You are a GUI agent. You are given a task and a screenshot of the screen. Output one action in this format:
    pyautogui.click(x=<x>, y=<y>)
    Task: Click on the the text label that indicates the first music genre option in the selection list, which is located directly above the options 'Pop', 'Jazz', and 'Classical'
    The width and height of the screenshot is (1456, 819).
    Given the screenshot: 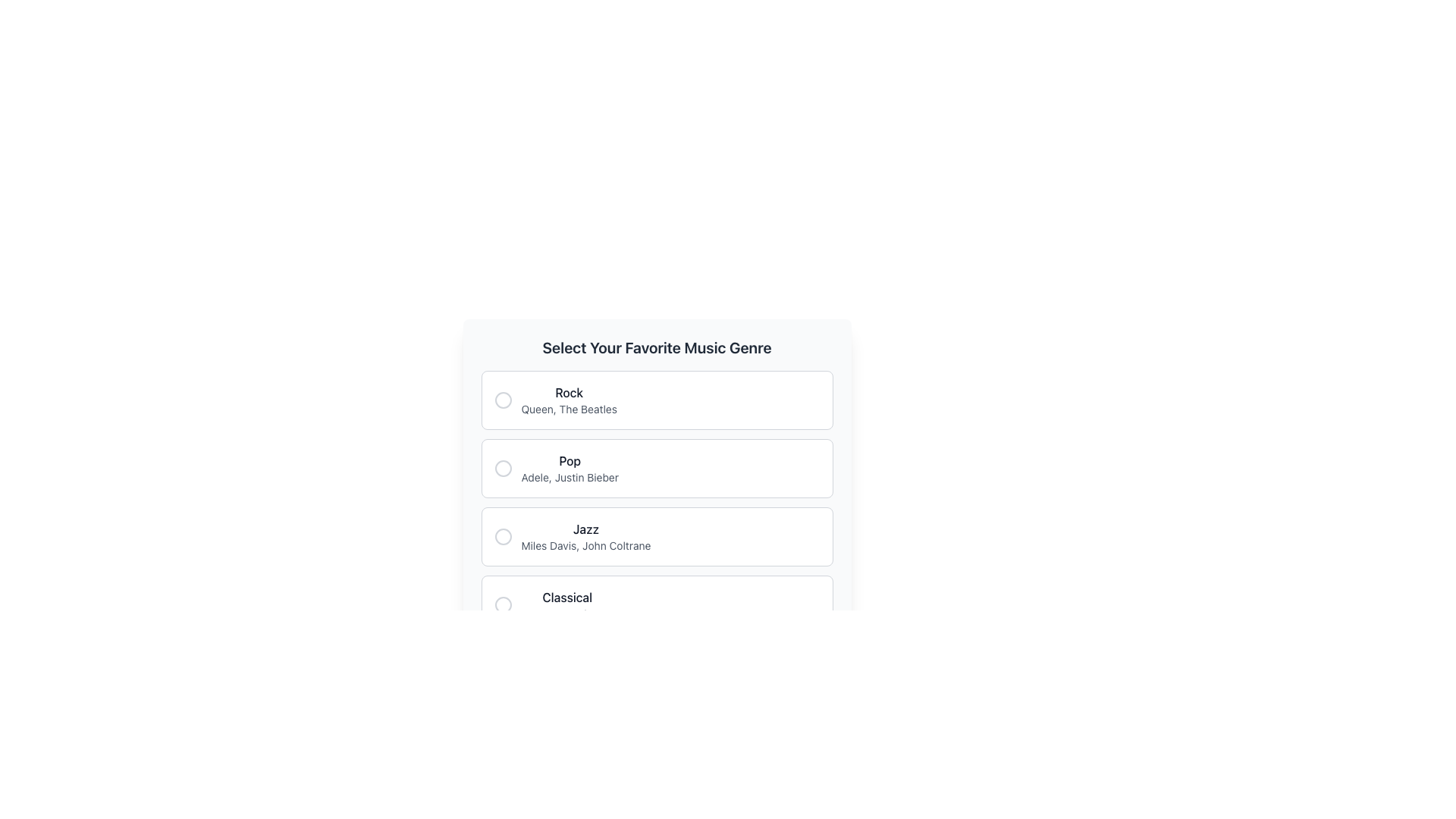 What is the action you would take?
    pyautogui.click(x=568, y=400)
    